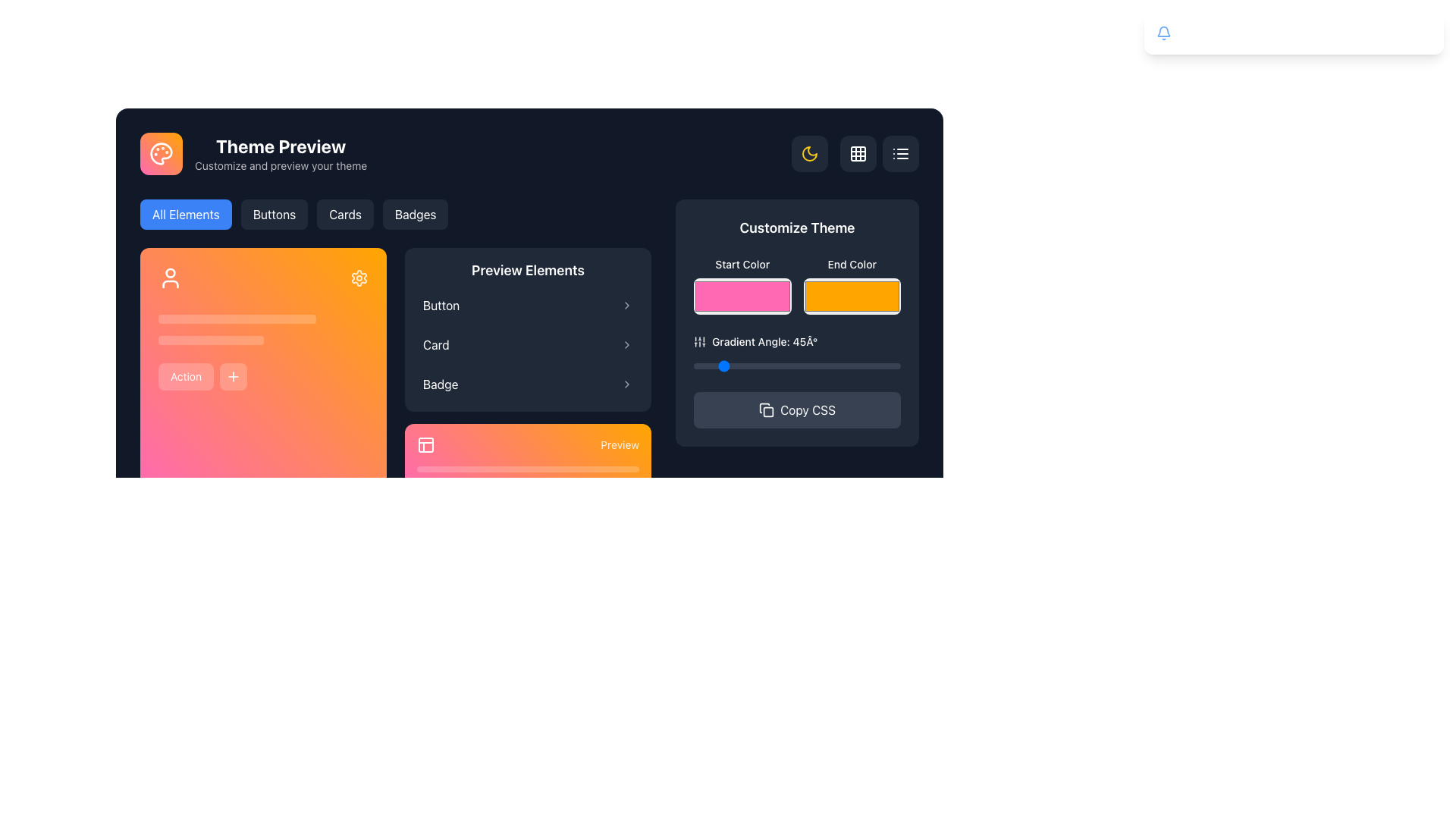 This screenshot has width=1456, height=819. Describe the element at coordinates (435, 345) in the screenshot. I see `the content of the 'Card' text label, which is the second item in the 'Preview Elements' section, located beneath the 'Button' label and above the 'Badge' label` at that location.